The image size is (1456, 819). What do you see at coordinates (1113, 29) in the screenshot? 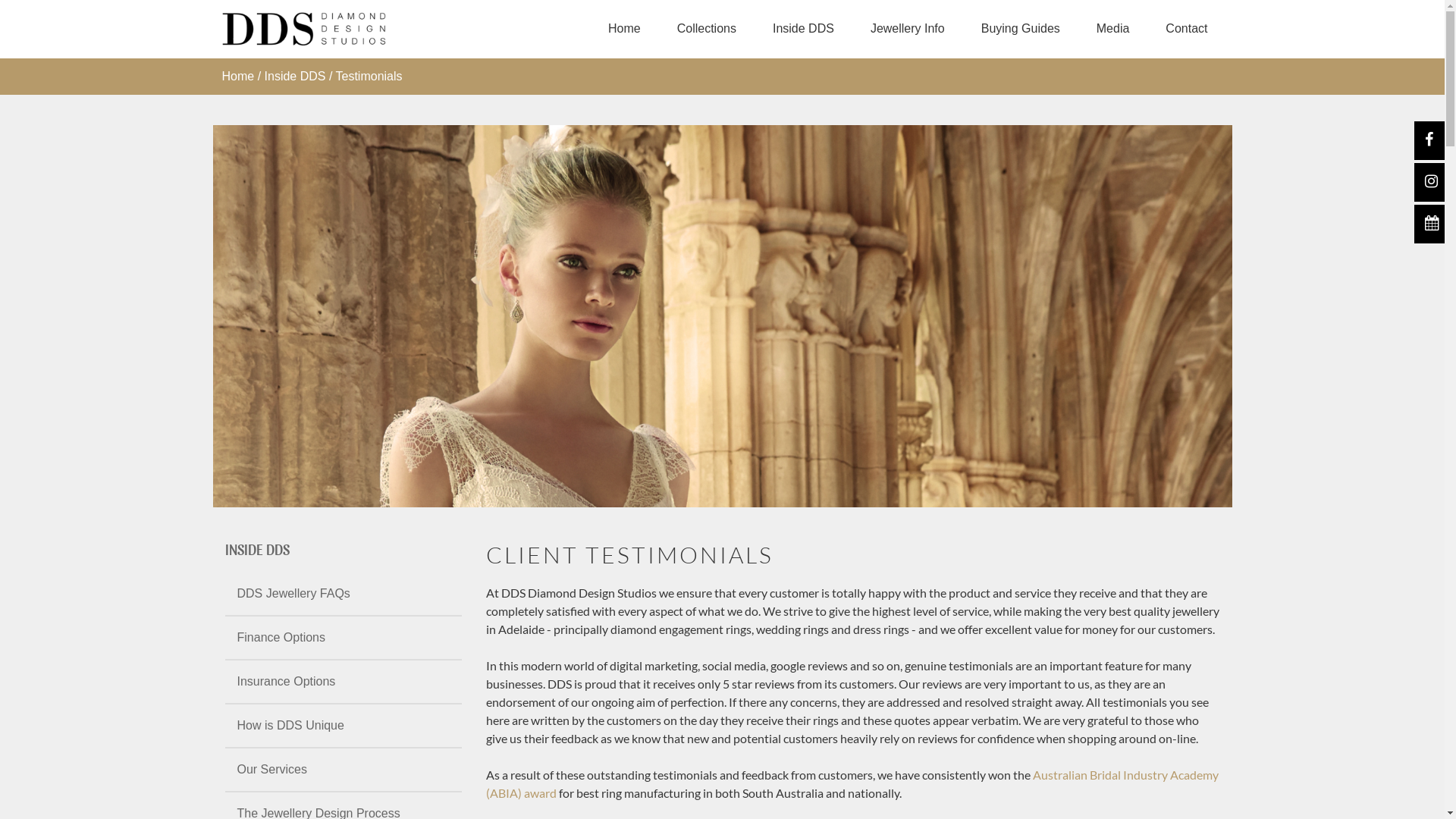
I see `'Media'` at bounding box center [1113, 29].